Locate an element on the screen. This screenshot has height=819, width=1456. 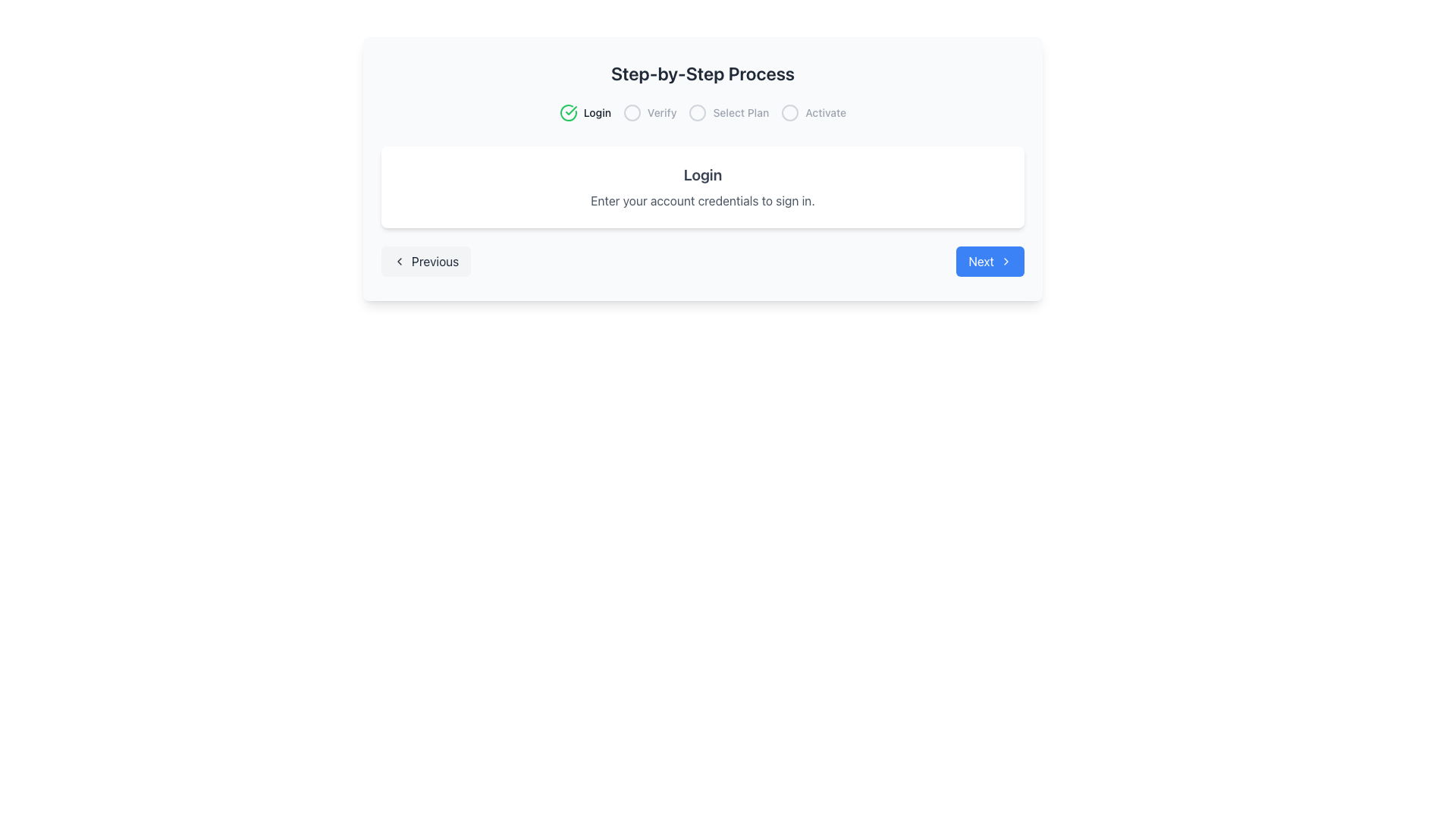
the 'Login' step indicator, which includes a green checkmark icon and signifies the completion of this step in the multi-step process is located at coordinates (584, 112).